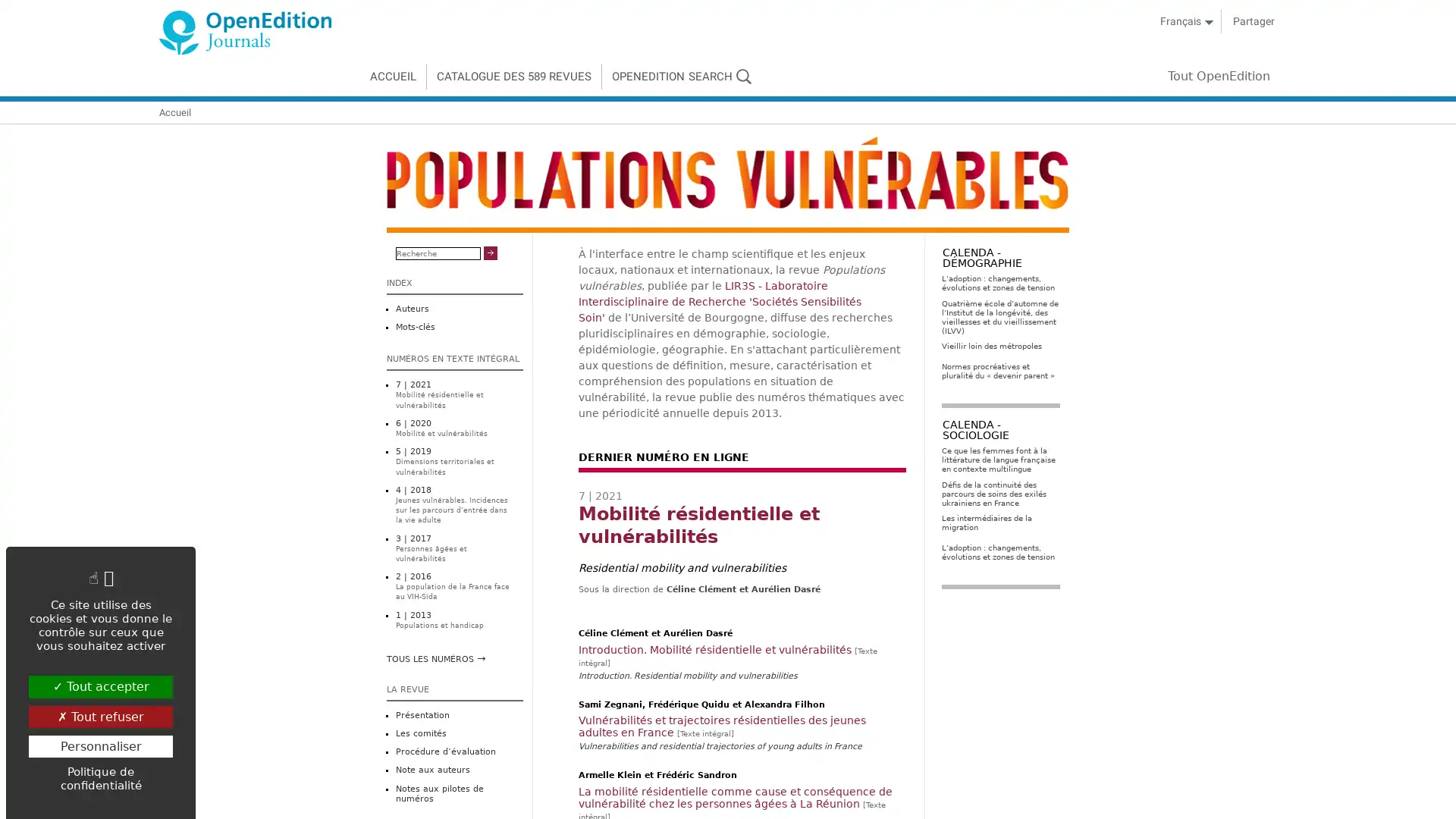 The image size is (1456, 819). What do you see at coordinates (100, 716) in the screenshot?
I see `Tout refuser` at bounding box center [100, 716].